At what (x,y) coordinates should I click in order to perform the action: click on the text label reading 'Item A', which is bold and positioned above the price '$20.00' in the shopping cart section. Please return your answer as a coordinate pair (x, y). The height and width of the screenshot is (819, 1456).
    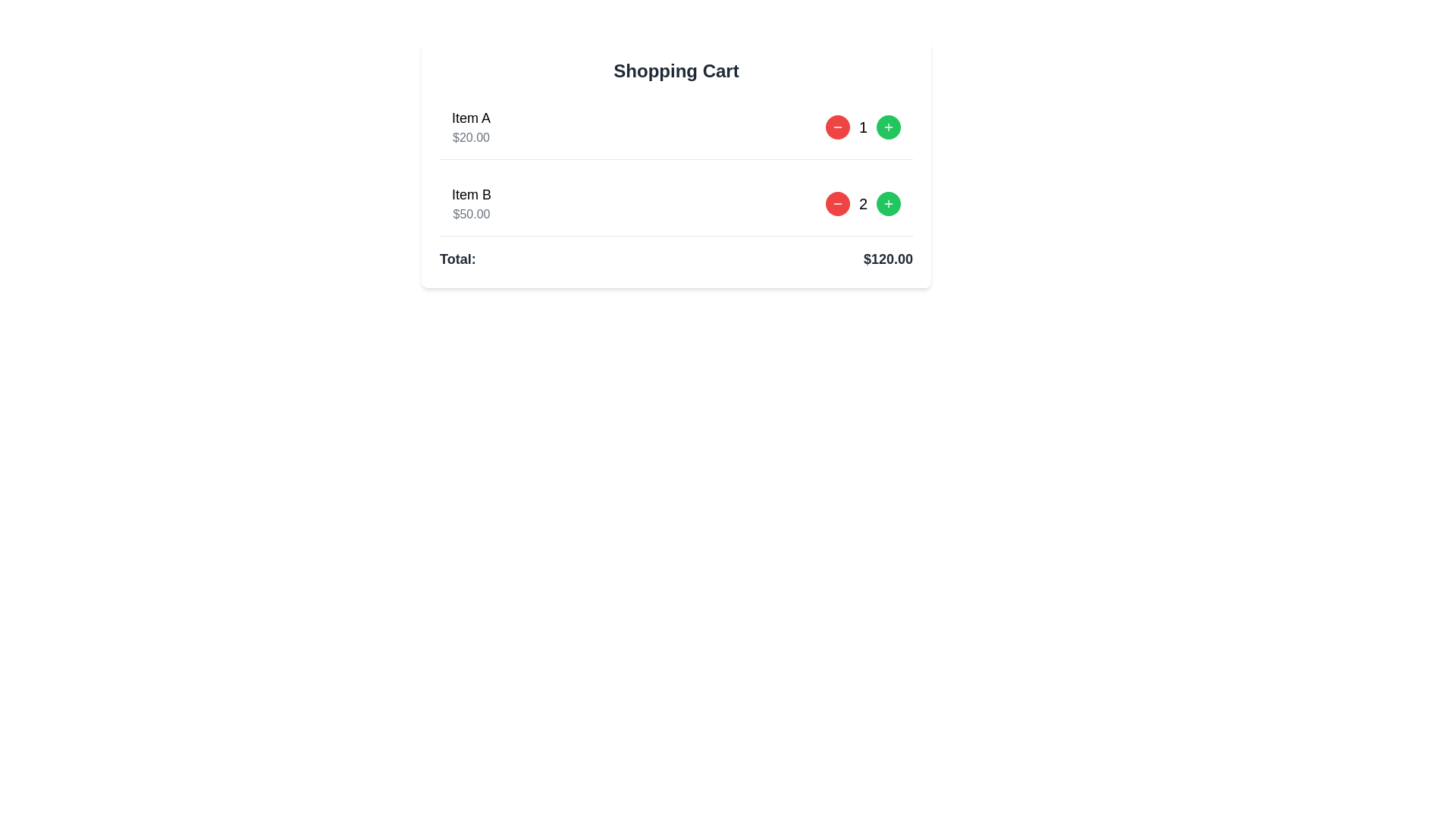
    Looking at the image, I should click on (470, 117).